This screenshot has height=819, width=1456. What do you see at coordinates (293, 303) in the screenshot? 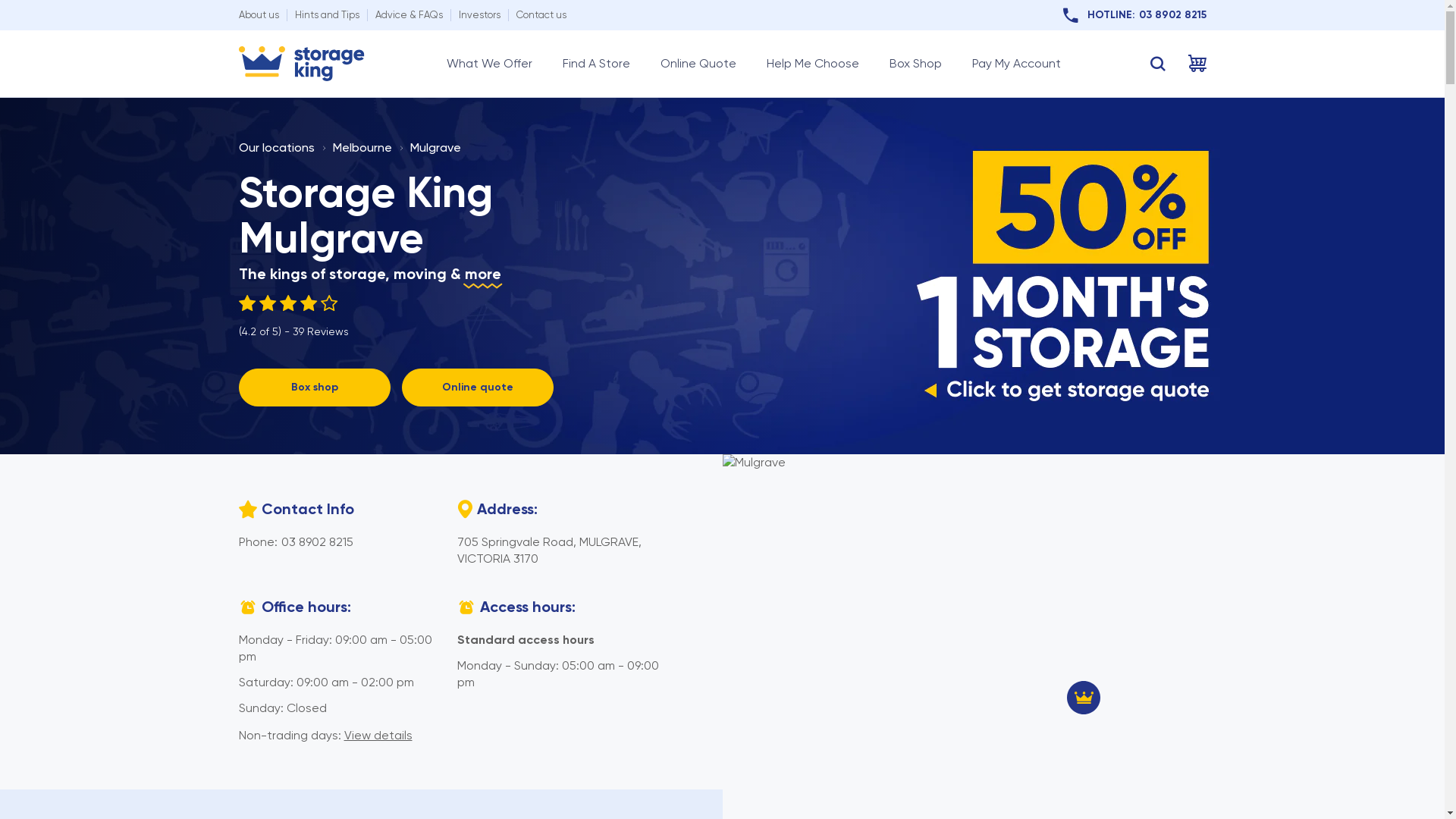
I see `'4.20'` at bounding box center [293, 303].